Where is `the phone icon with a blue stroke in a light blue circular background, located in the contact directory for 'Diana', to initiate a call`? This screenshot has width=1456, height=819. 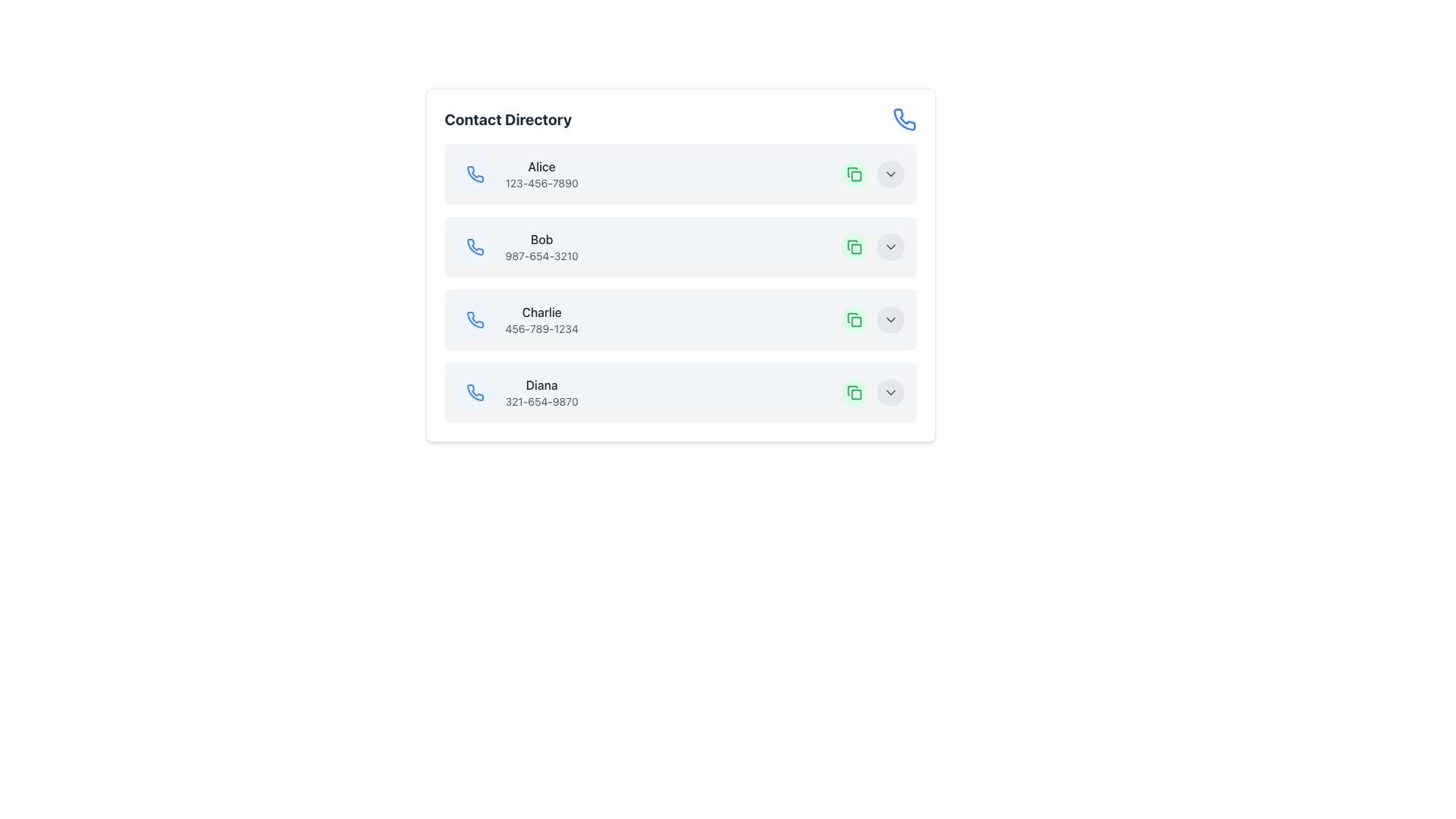 the phone icon with a blue stroke in a light blue circular background, located in the contact directory for 'Diana', to initiate a call is located at coordinates (474, 391).